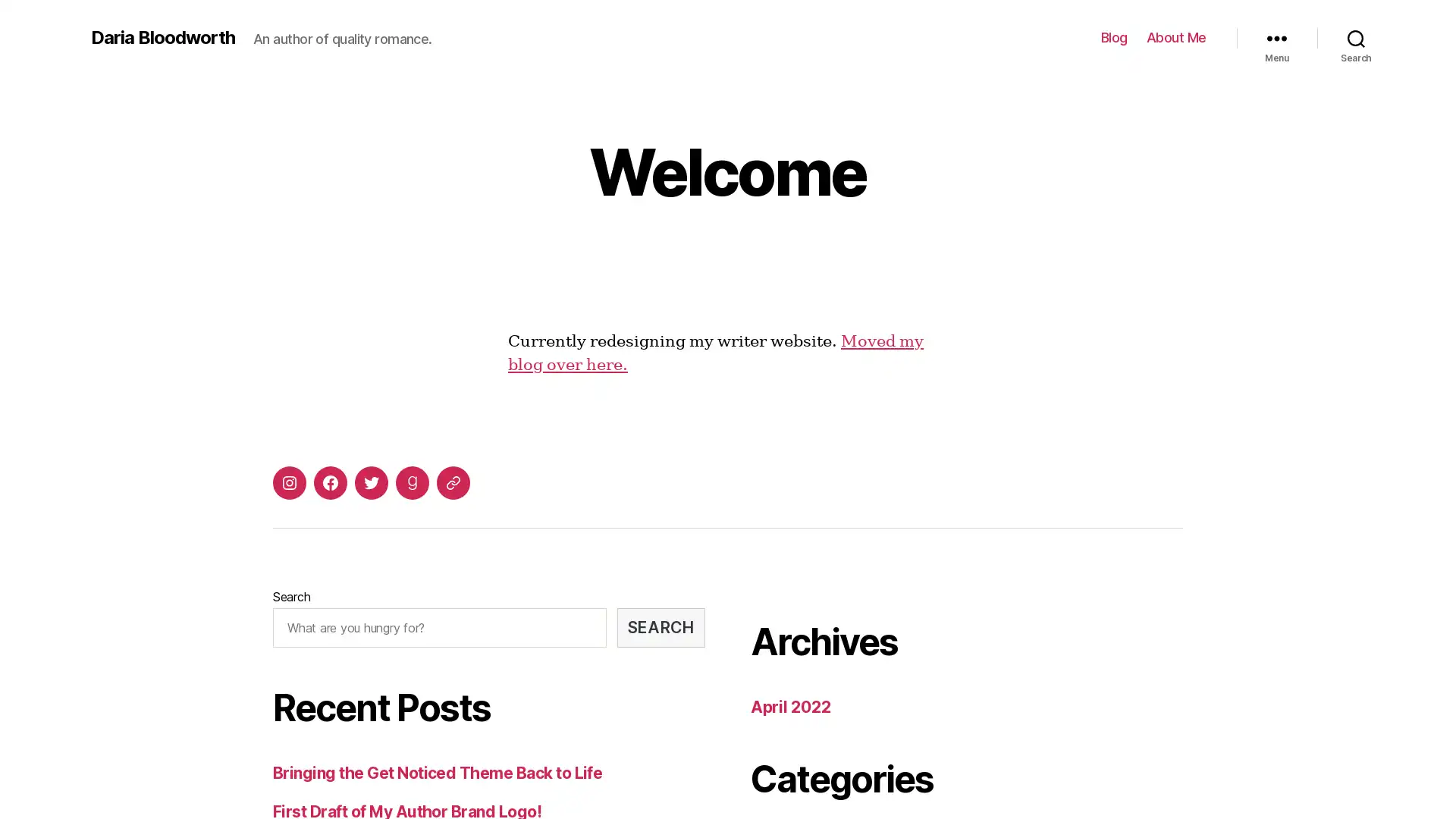 This screenshot has width=1456, height=819. I want to click on SEARCH, so click(661, 626).